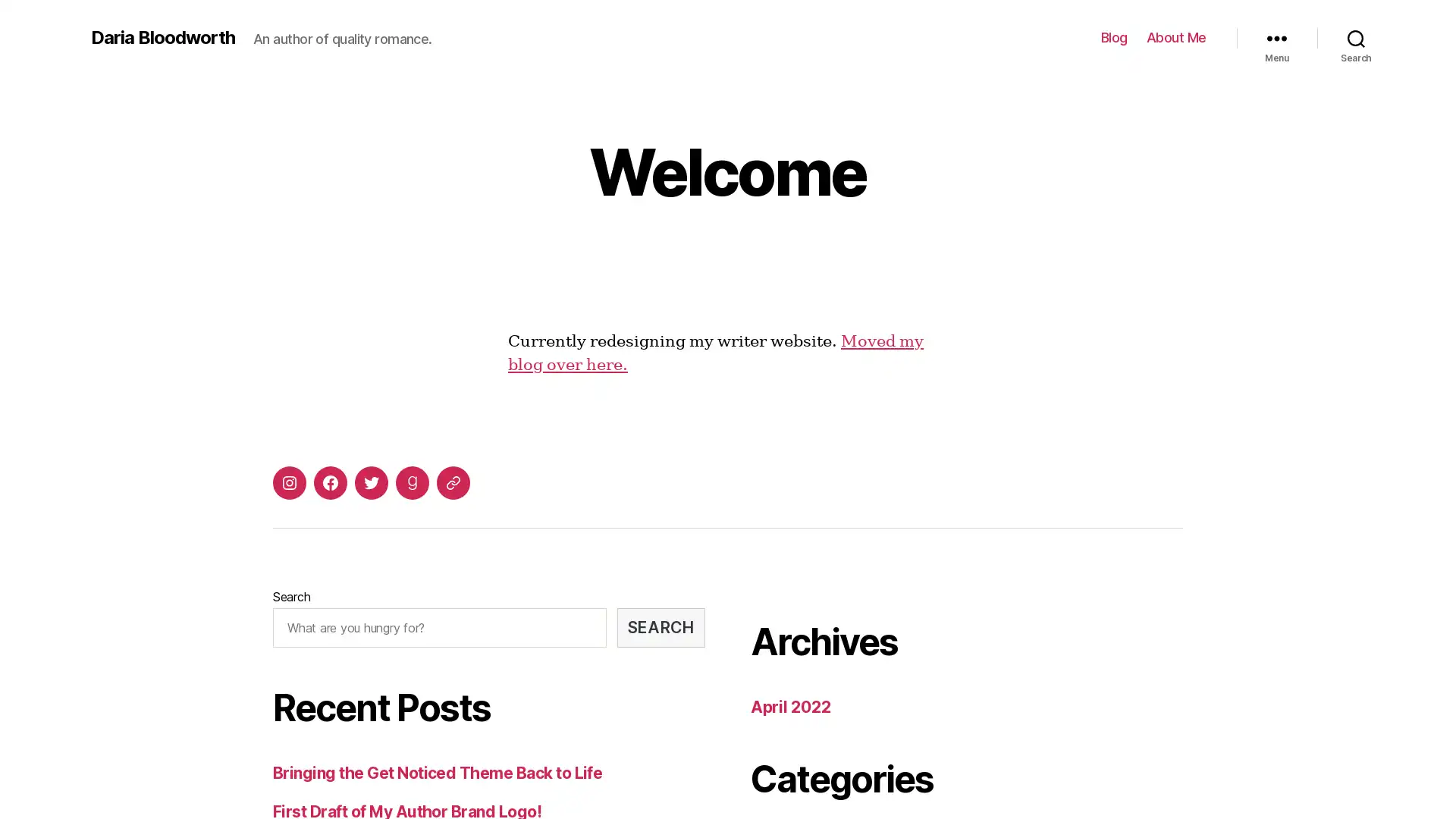 This screenshot has width=1456, height=819. I want to click on SEARCH, so click(661, 626).